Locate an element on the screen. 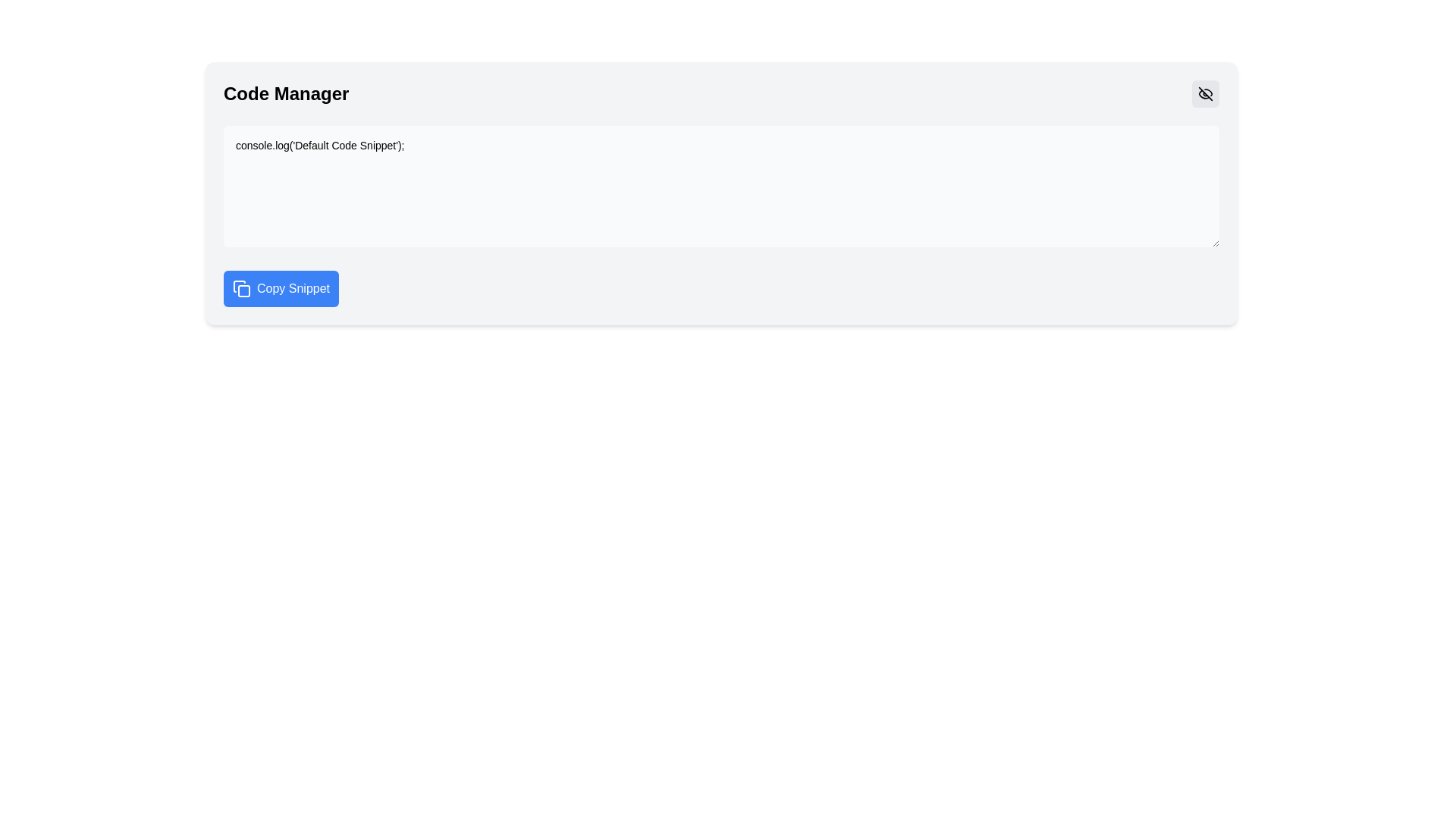  the eye-off icon located in the top-right corner of the panel is located at coordinates (1204, 93).